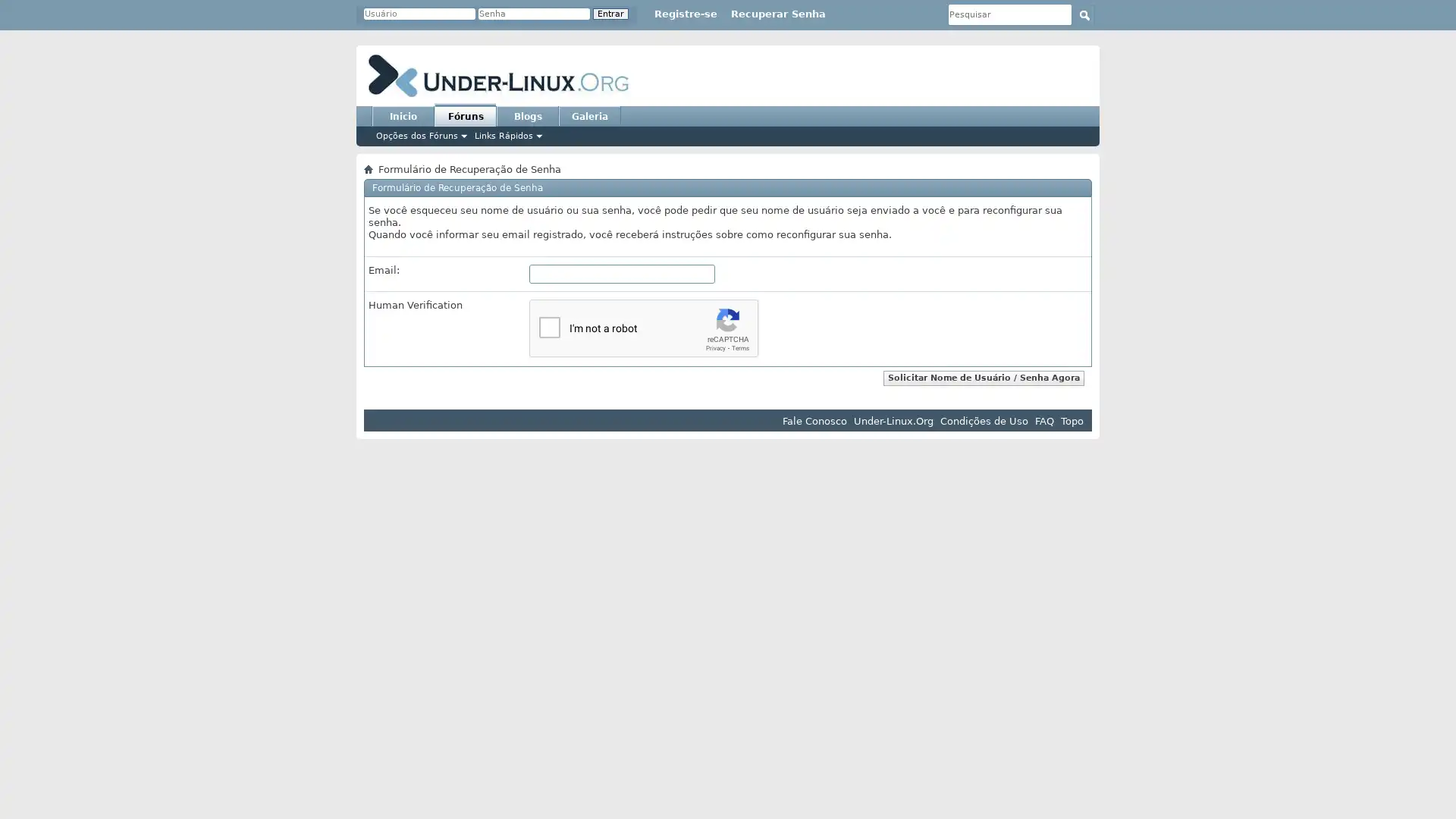 The image size is (1456, 819). Describe the element at coordinates (984, 376) in the screenshot. I see `Solicitar Nome de Usuario / Senha Agora` at that location.